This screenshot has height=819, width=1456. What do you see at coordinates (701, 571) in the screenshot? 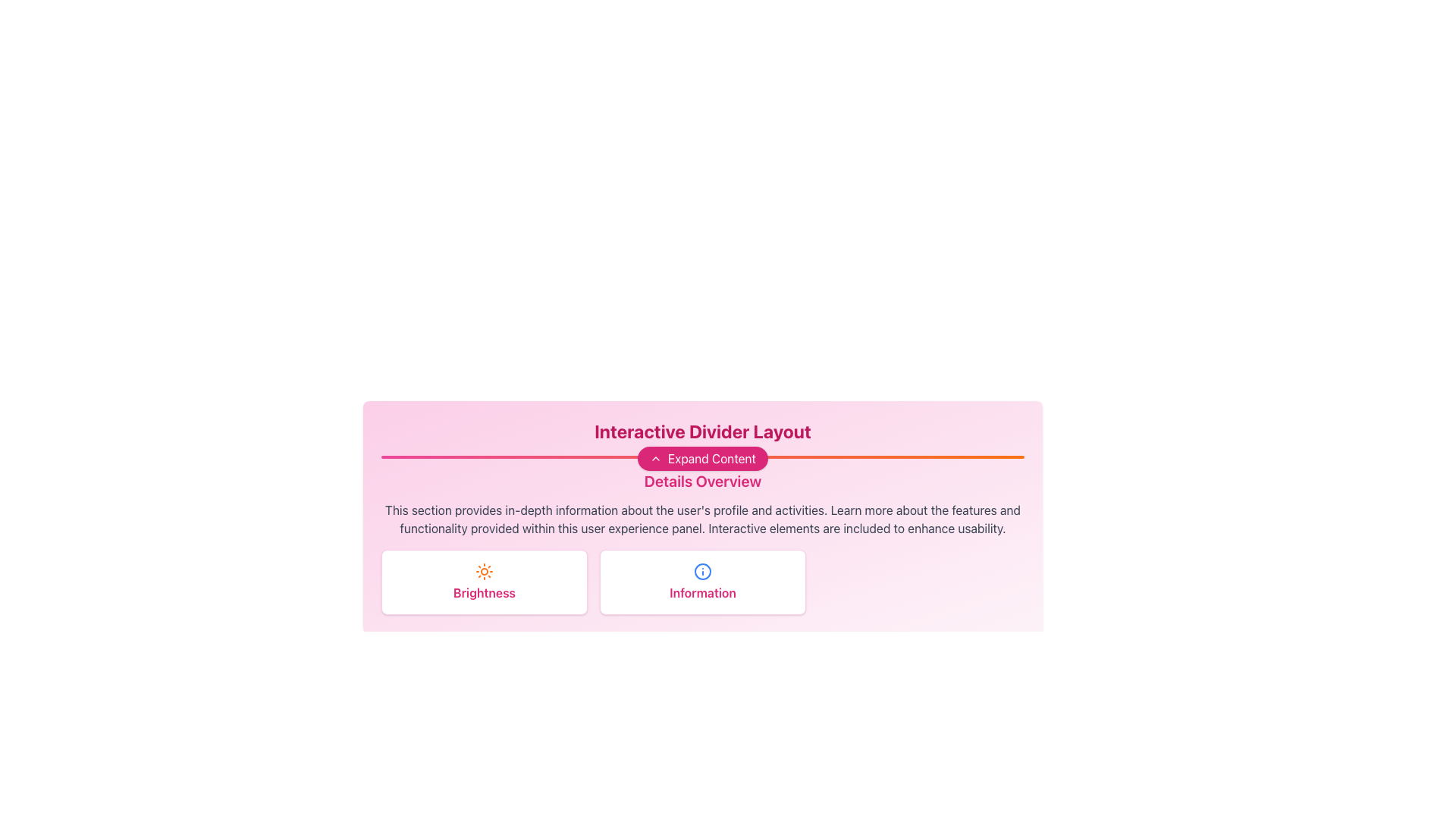
I see `the central circular part of the 'Information' icon within the button` at bounding box center [701, 571].